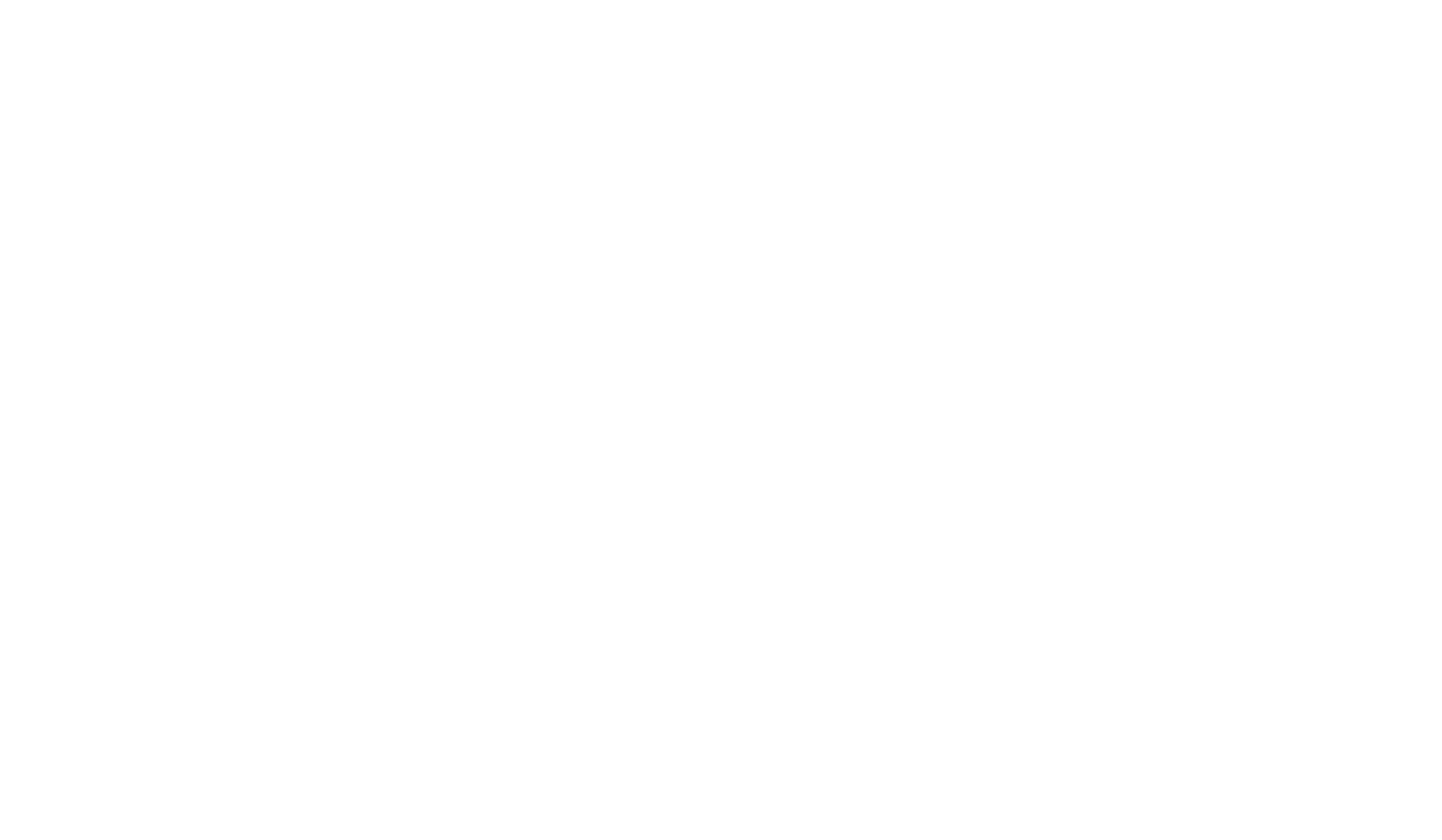  Describe the element at coordinates (612, 213) in the screenshot. I see `'Availability'` at that location.